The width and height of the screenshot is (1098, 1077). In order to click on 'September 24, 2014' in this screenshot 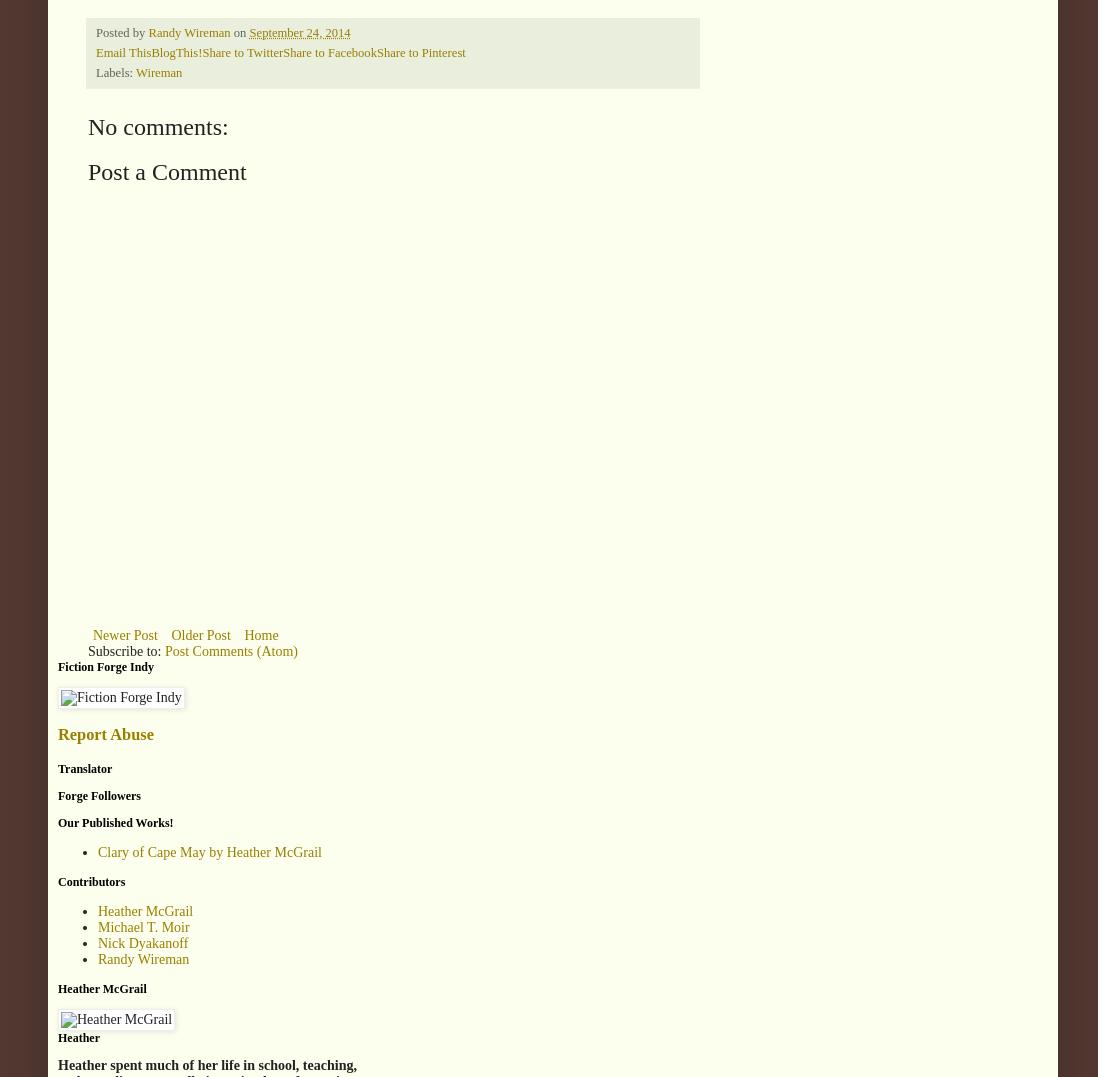, I will do `click(248, 30)`.